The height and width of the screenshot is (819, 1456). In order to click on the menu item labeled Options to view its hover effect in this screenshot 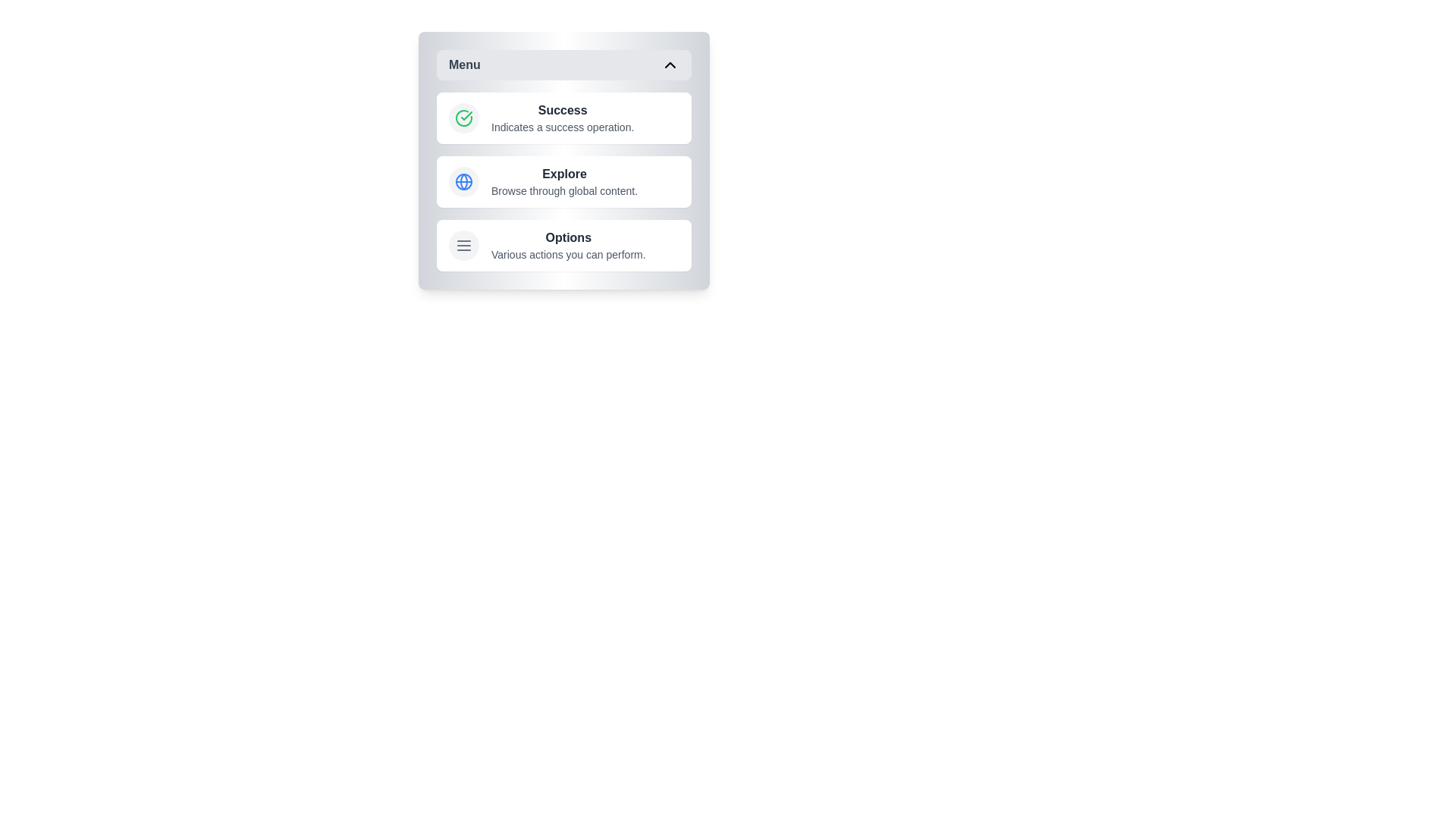, I will do `click(563, 245)`.